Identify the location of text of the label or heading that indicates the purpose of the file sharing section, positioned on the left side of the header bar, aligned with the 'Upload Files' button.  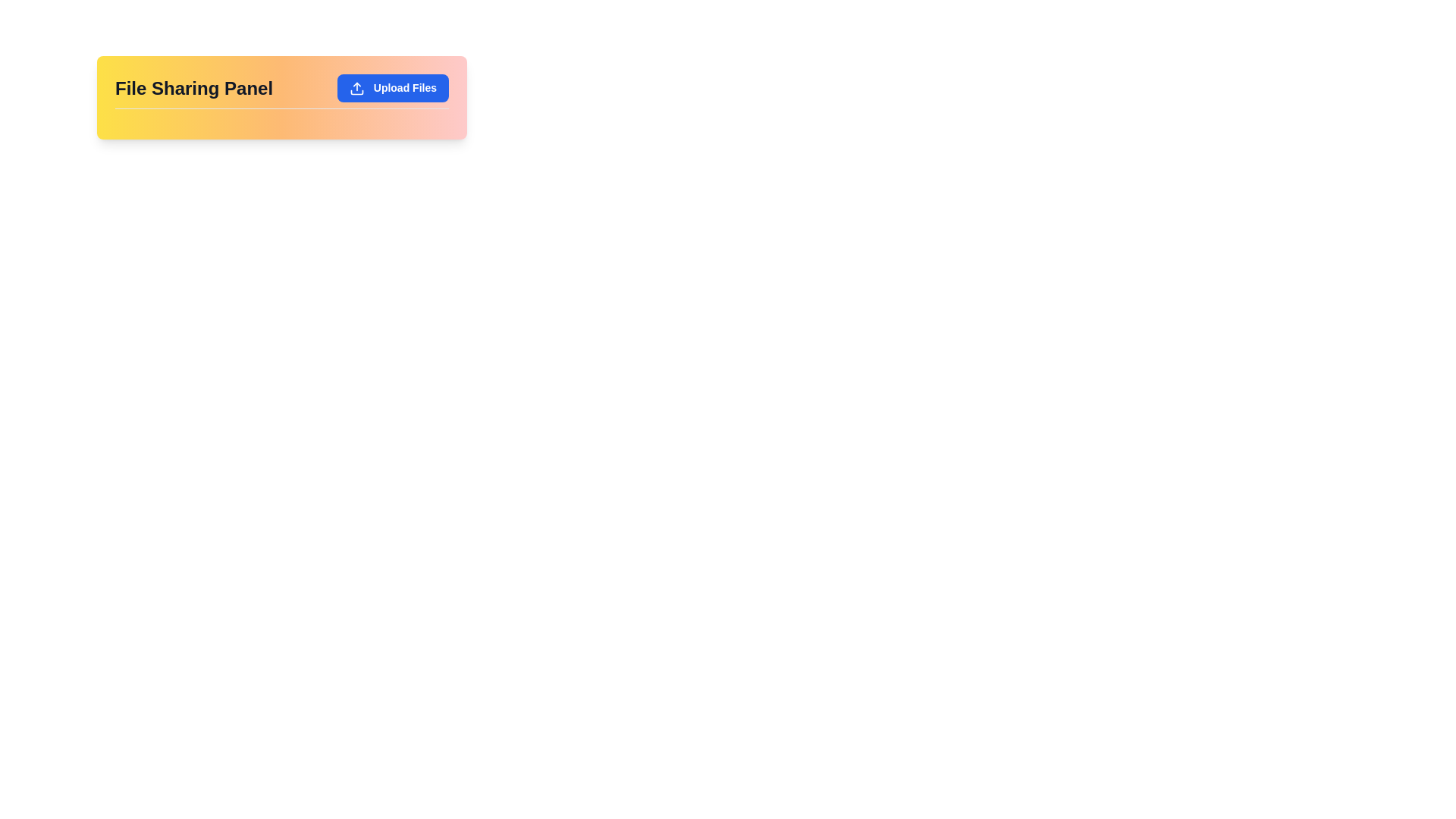
(193, 88).